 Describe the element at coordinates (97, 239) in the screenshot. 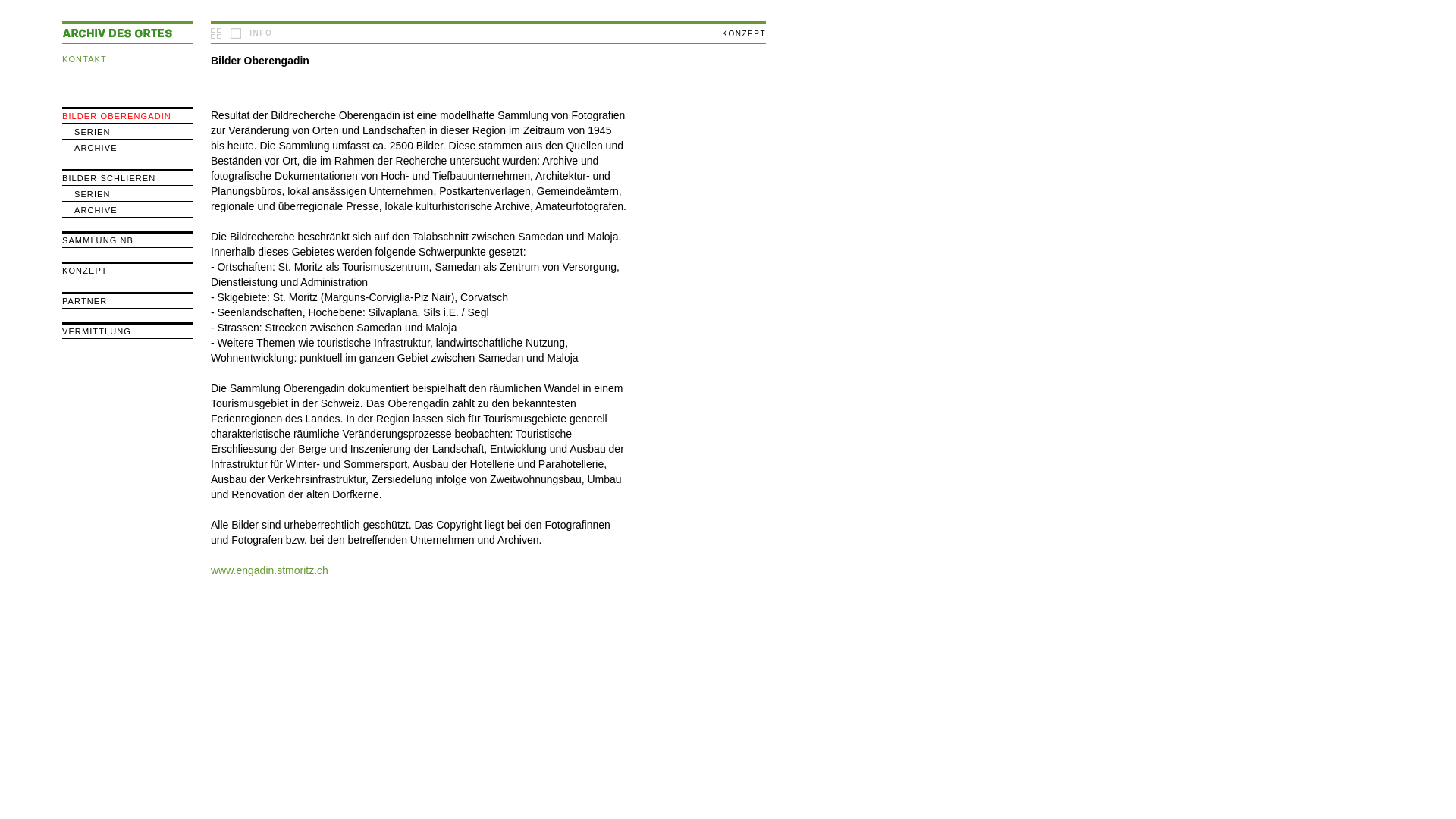

I see `'SAMMLUNG NB'` at that location.